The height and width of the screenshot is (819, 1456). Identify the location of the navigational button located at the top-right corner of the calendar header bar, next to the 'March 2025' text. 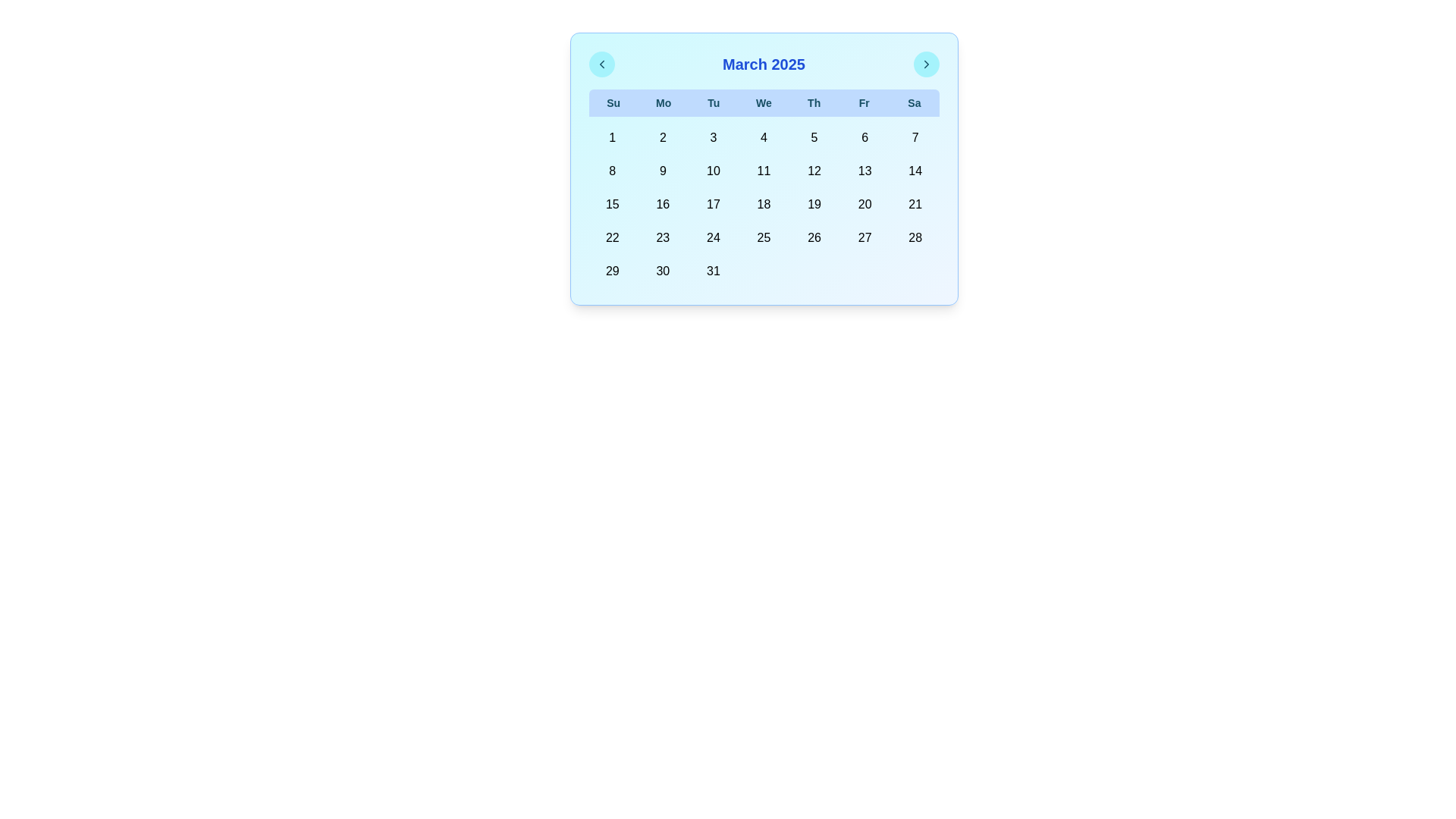
(925, 63).